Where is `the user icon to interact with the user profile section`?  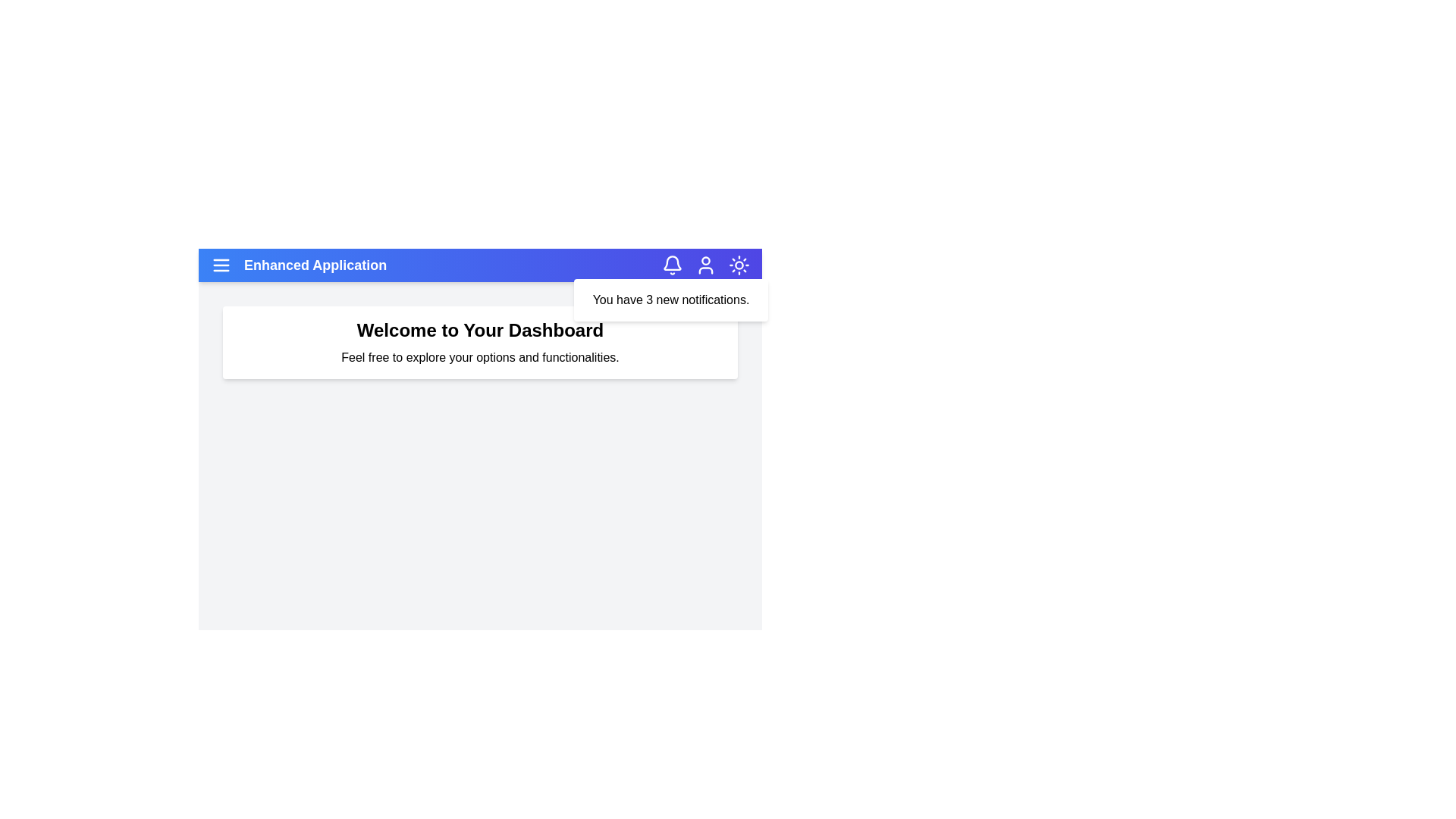
the user icon to interact with the user profile section is located at coordinates (705, 265).